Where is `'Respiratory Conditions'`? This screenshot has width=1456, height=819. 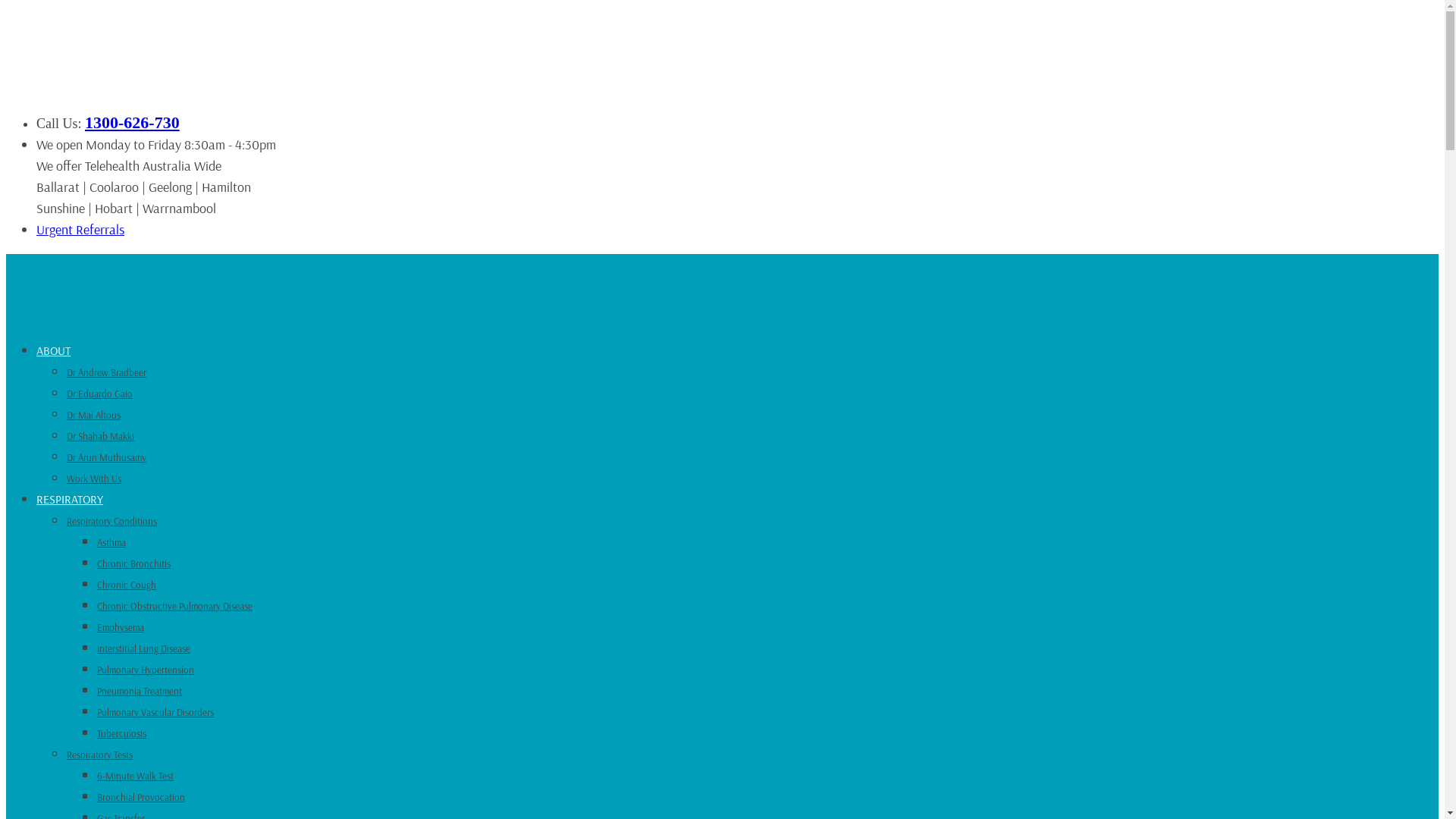 'Respiratory Conditions' is located at coordinates (111, 519).